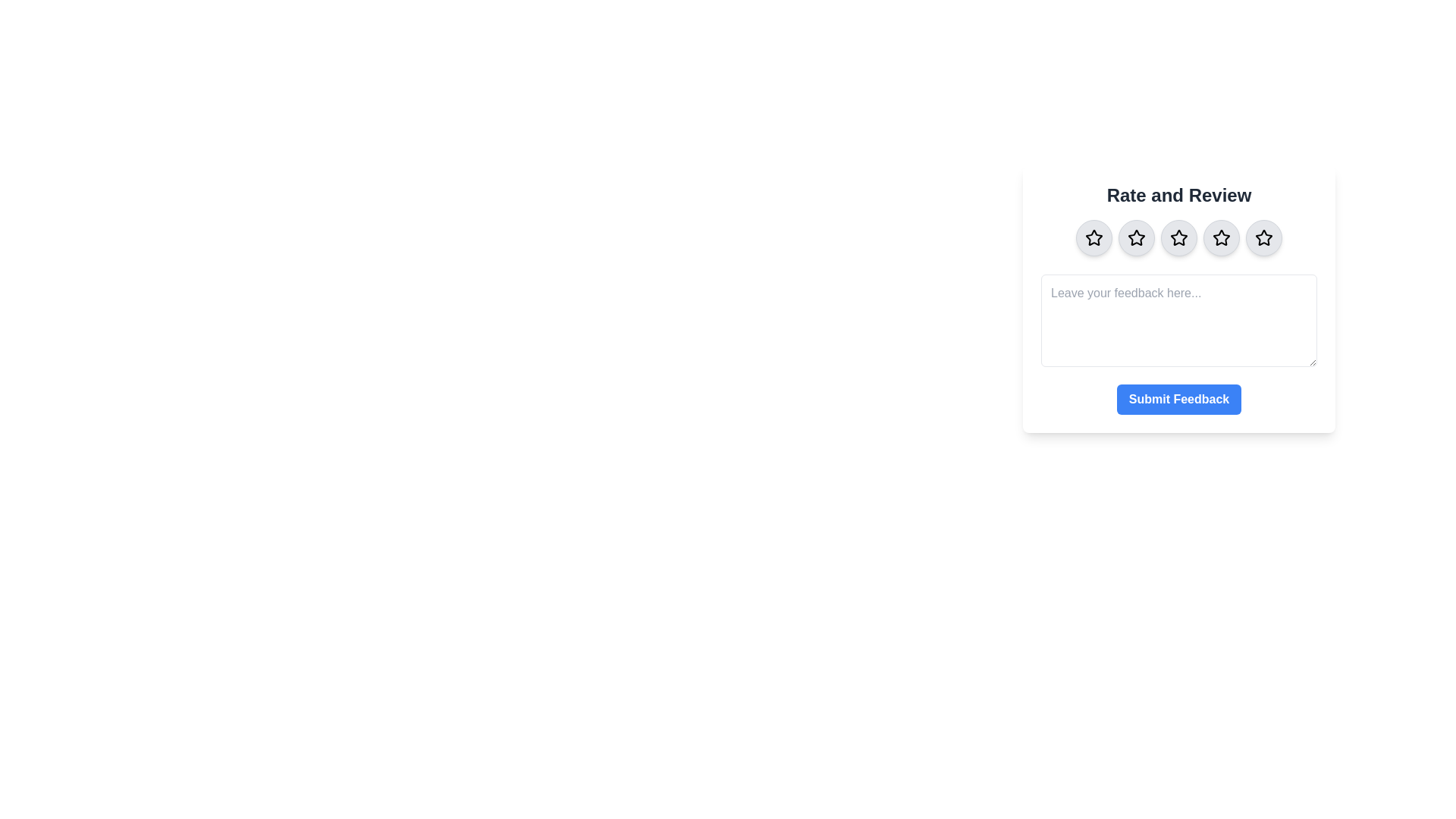 The height and width of the screenshot is (819, 1456). I want to click on the fourth hollow star icon in the sequence of five star rating icons located at the top center of the feedback section, so click(1220, 237).